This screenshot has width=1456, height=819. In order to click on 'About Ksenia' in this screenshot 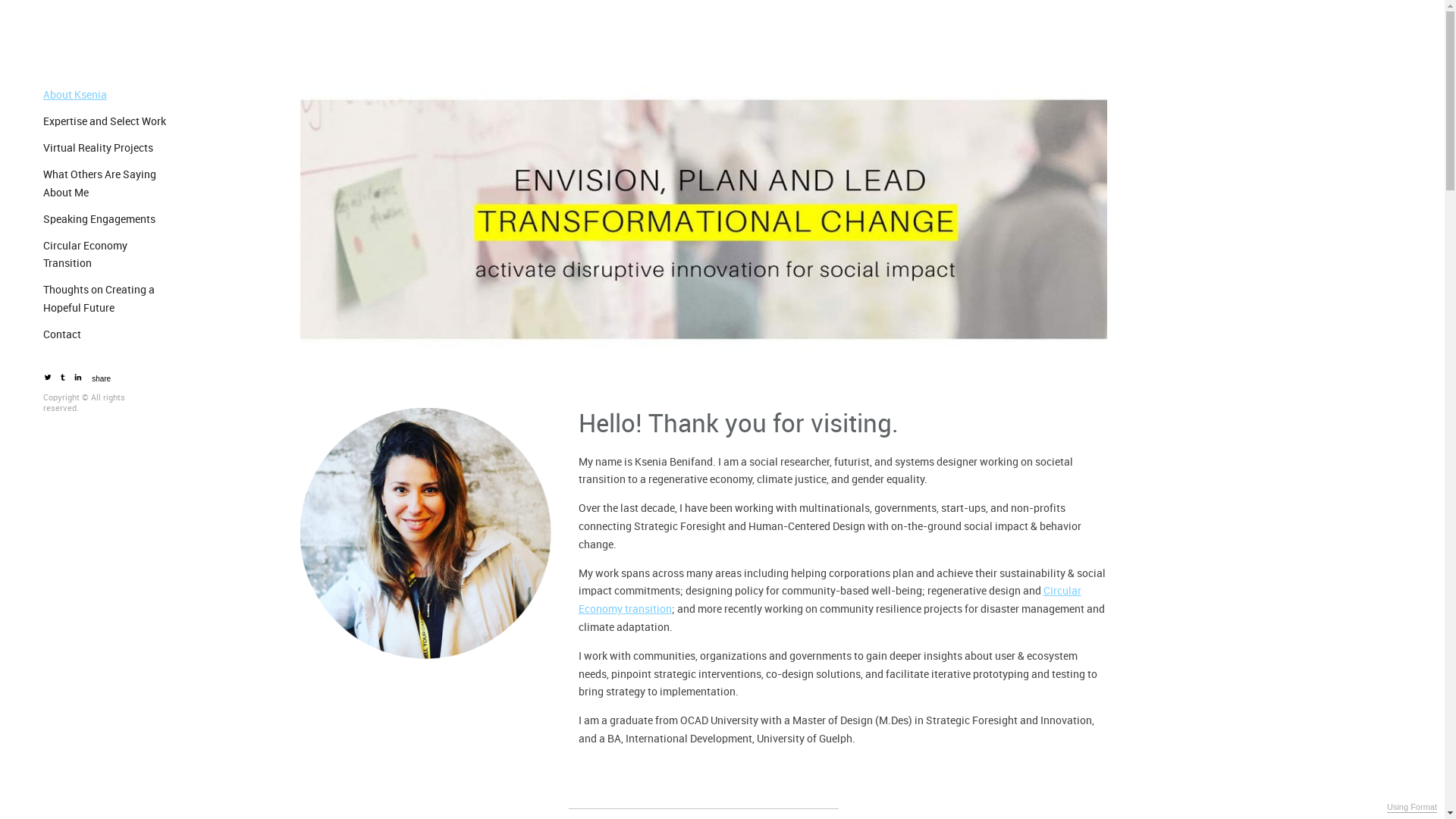, I will do `click(76, 95)`.